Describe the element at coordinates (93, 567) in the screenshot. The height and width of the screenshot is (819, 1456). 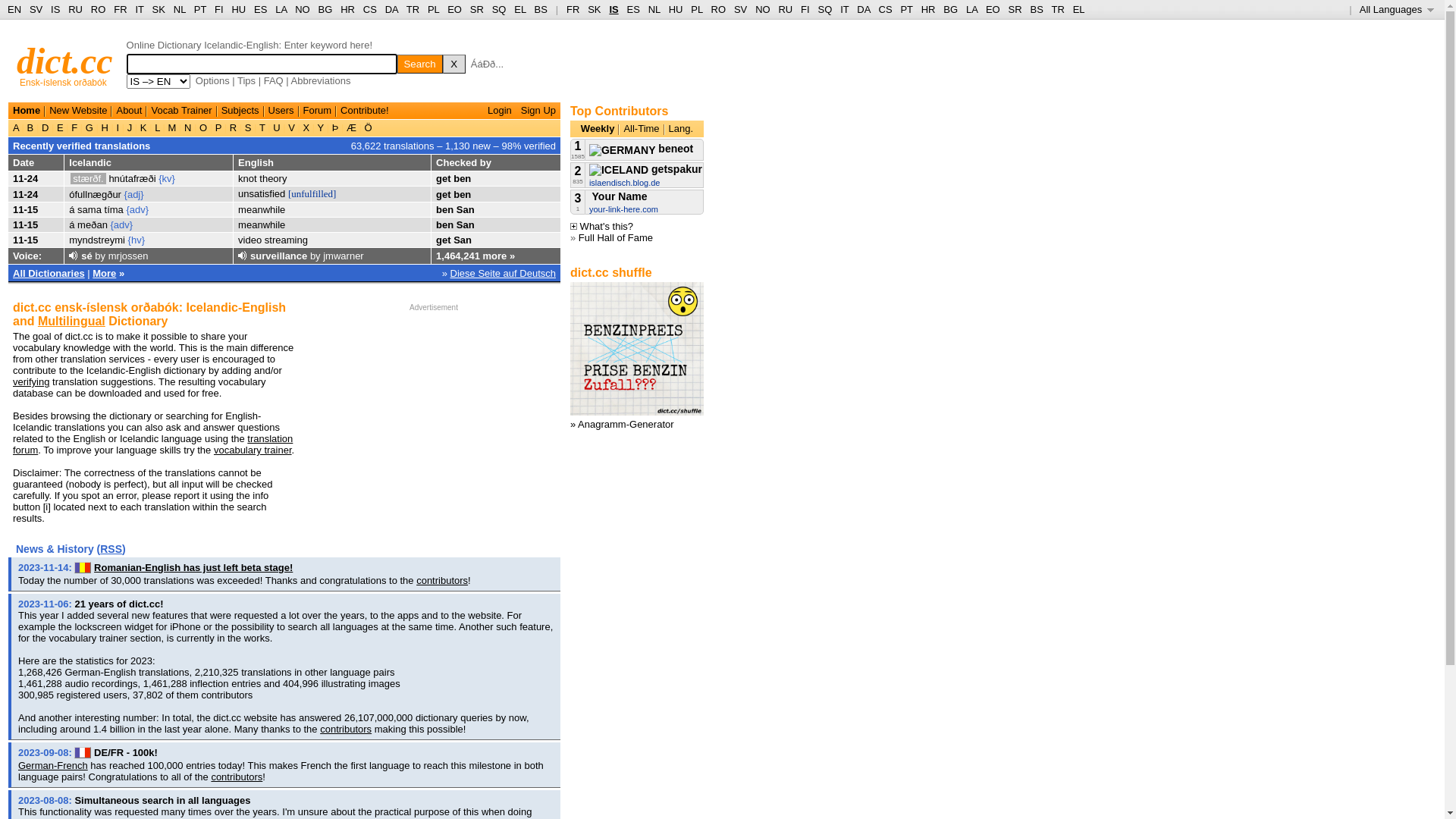
I see `'Romanian-English has just left beta stage!'` at that location.